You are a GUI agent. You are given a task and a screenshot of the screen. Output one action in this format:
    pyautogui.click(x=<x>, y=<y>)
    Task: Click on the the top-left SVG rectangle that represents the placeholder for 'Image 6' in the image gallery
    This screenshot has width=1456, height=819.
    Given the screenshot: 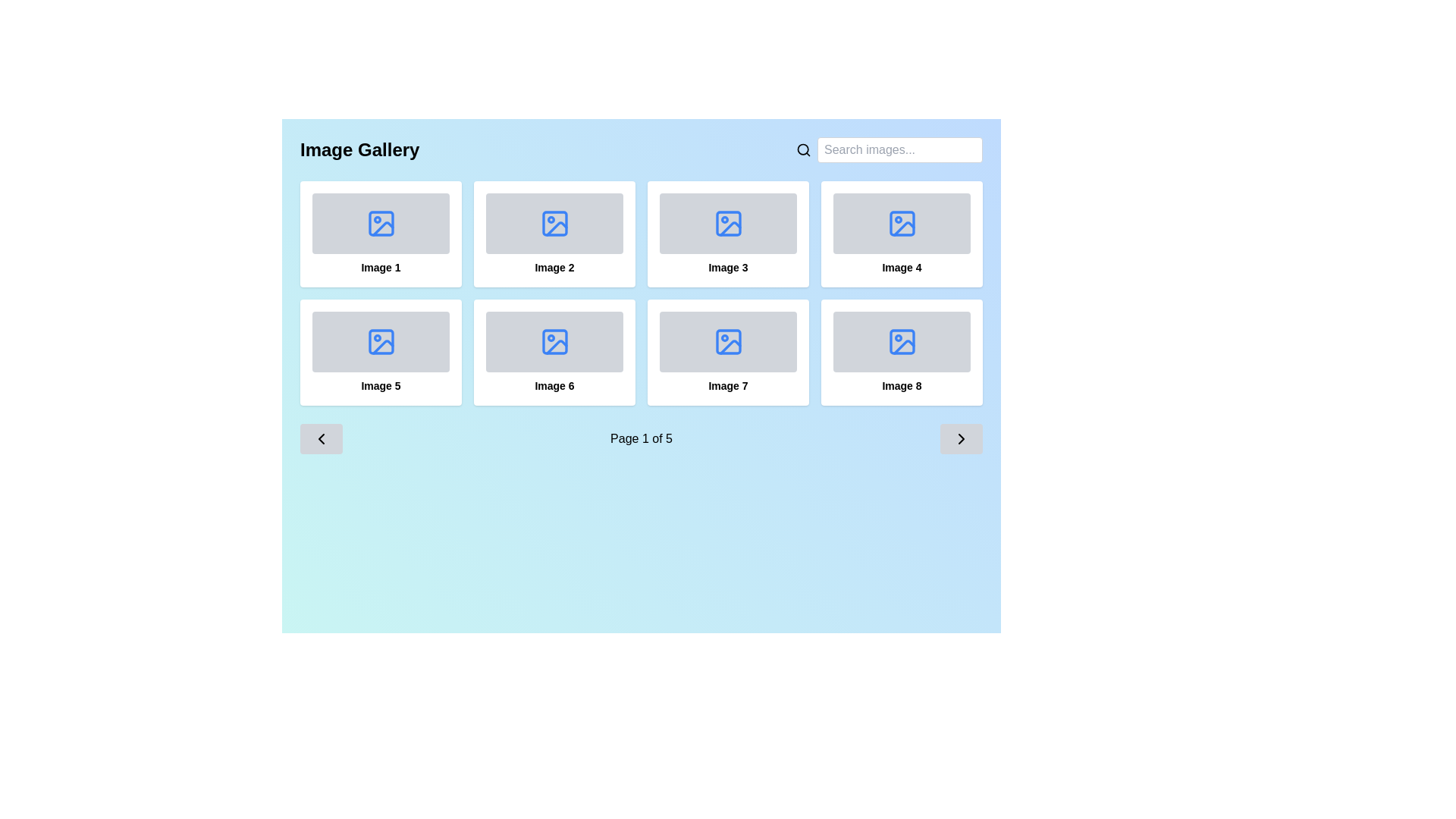 What is the action you would take?
    pyautogui.click(x=554, y=342)
    